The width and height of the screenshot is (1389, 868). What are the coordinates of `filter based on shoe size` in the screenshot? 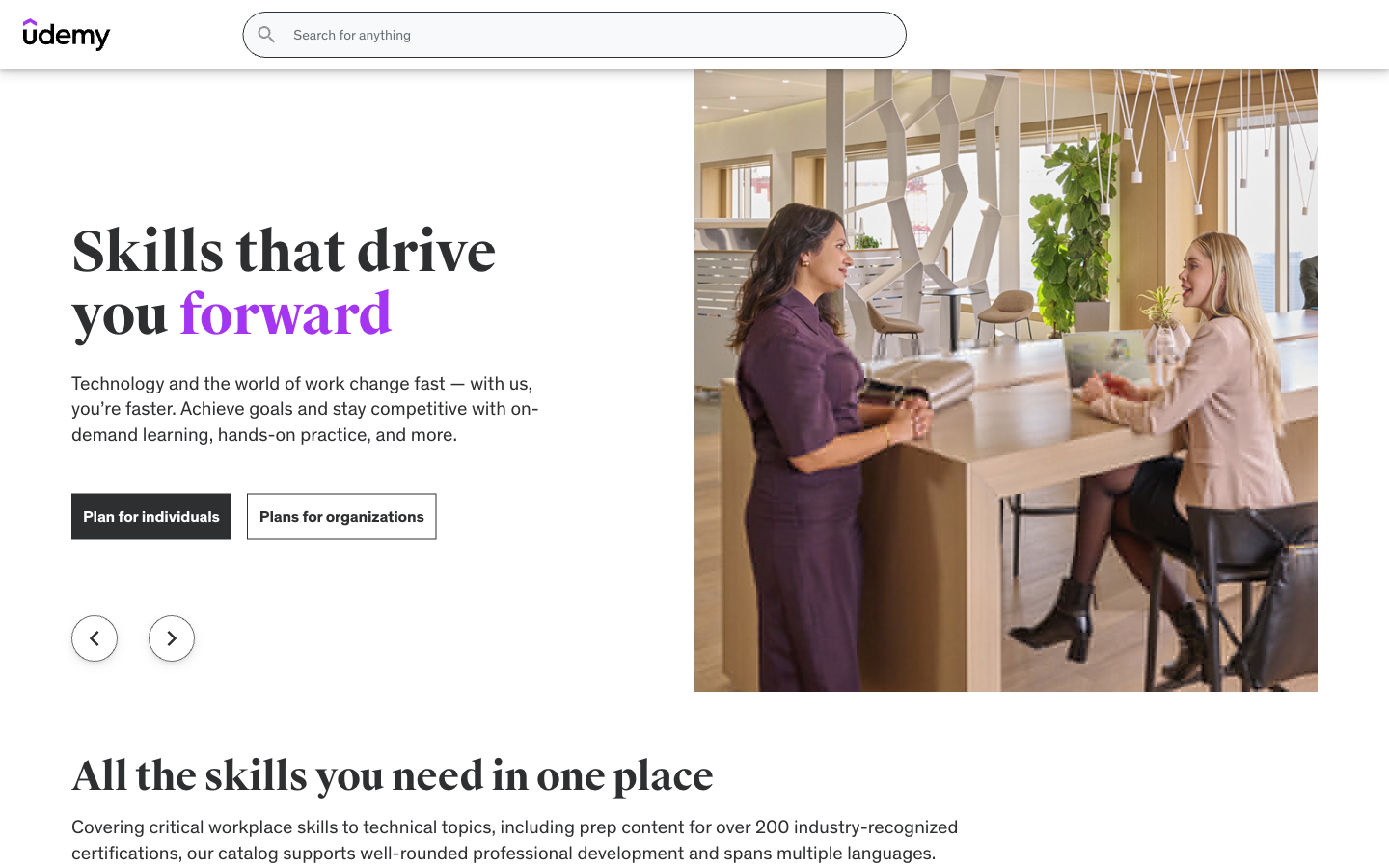 It's located at (234, 304).